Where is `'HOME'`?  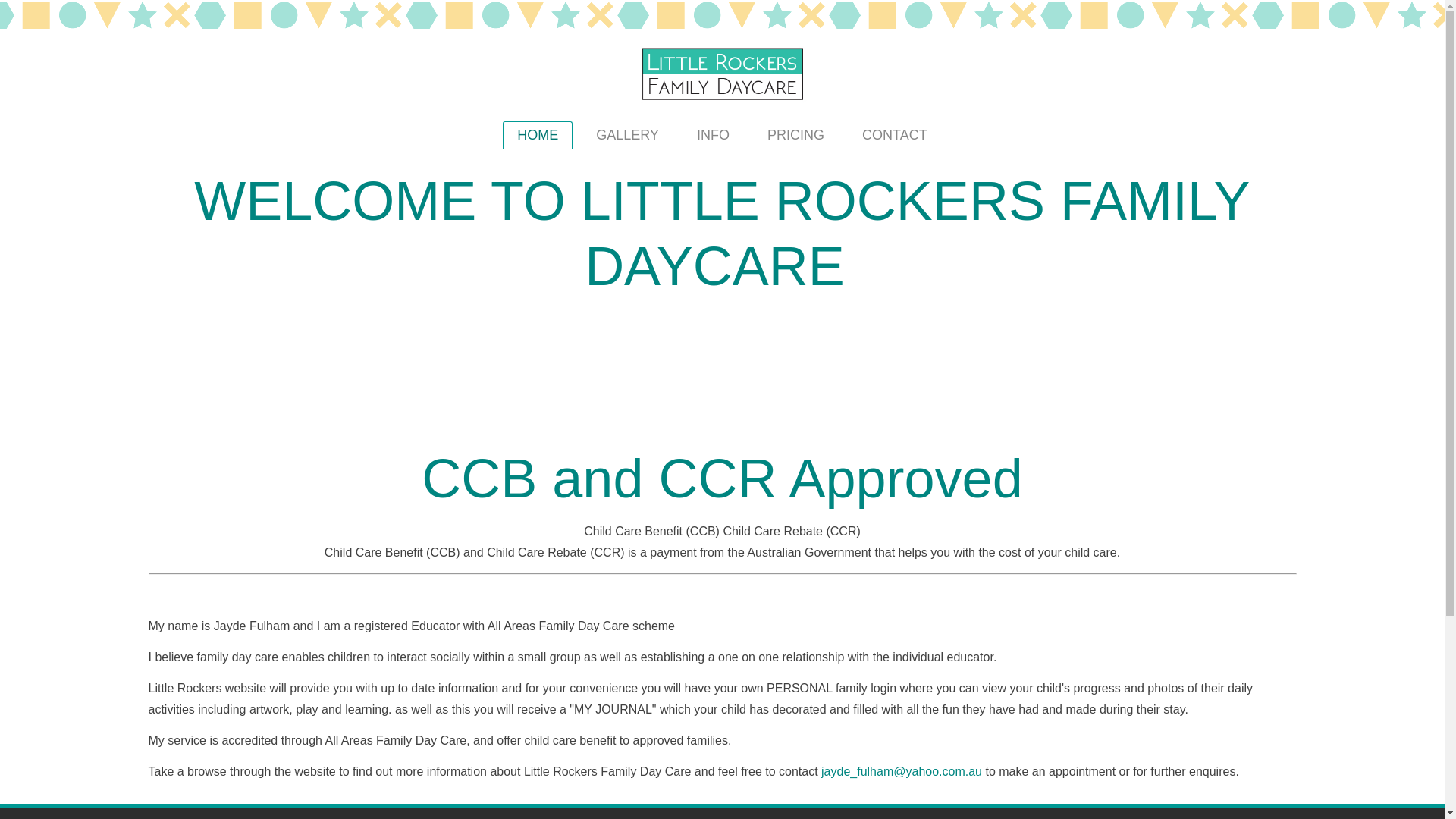 'HOME' is located at coordinates (538, 134).